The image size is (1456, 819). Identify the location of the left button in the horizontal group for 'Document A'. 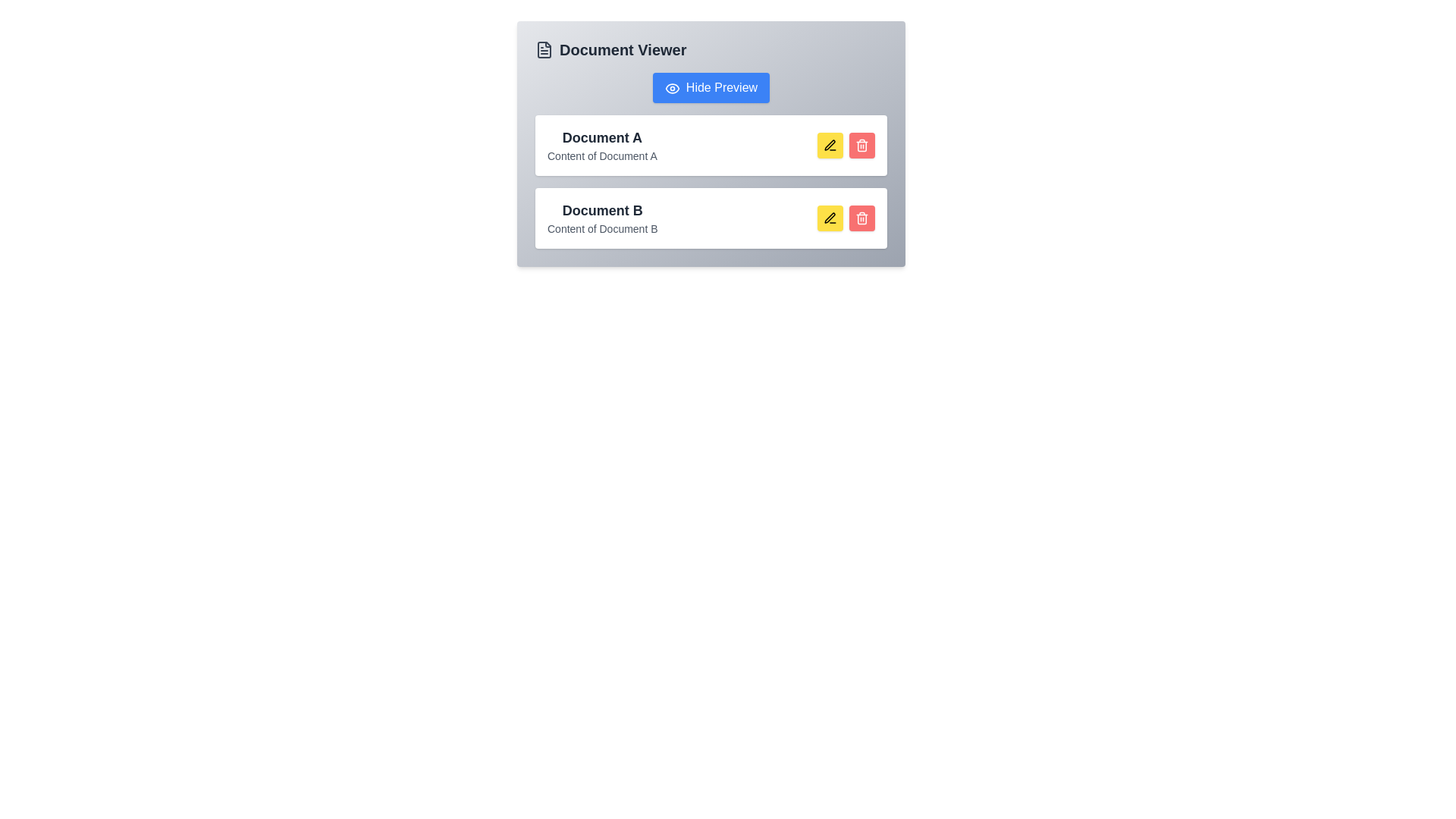
(829, 146).